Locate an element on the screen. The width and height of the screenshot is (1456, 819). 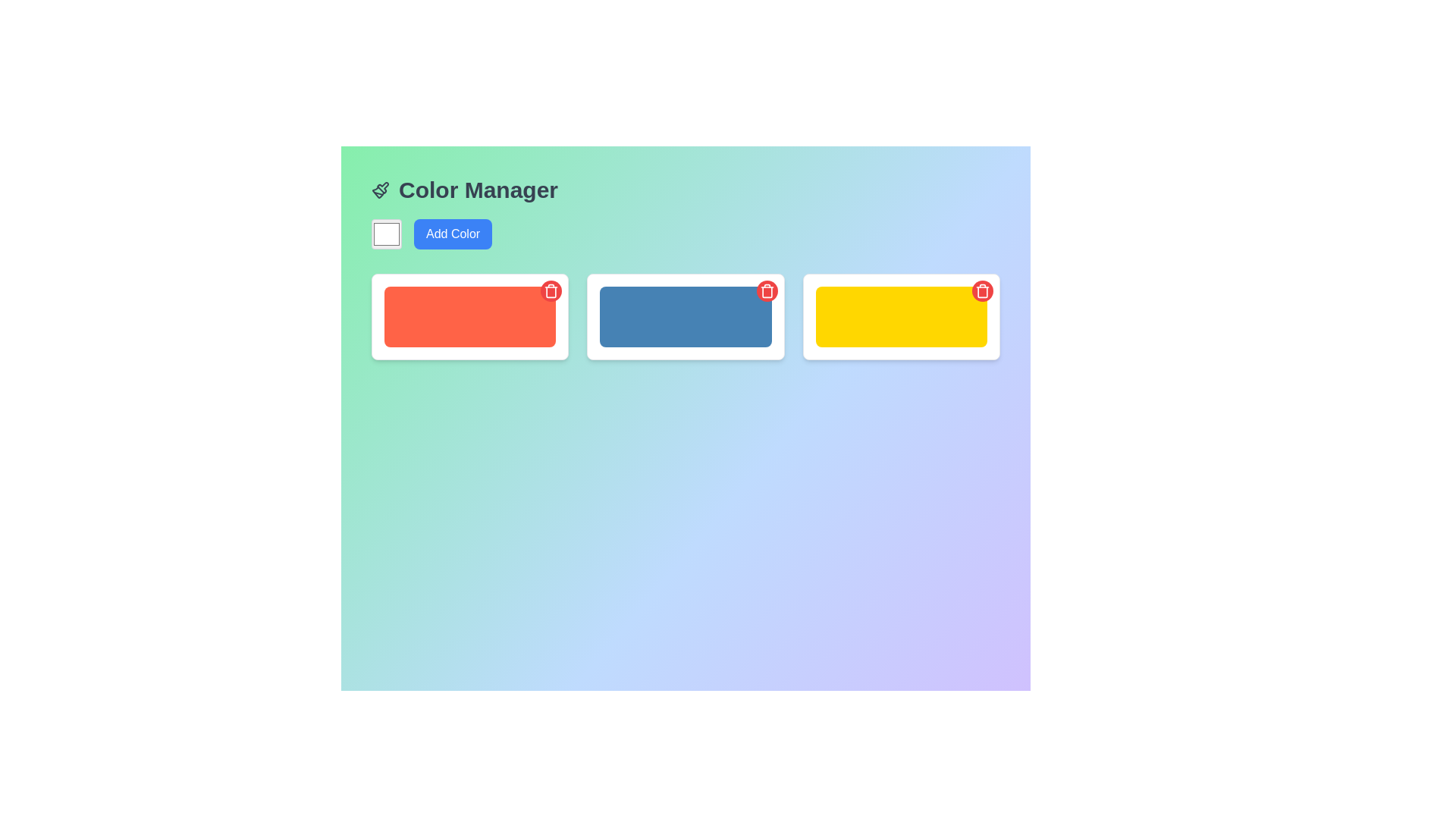
the icon representing the 'Color Manager' section, located to the left of the header text 'Color Manager' is located at coordinates (381, 189).